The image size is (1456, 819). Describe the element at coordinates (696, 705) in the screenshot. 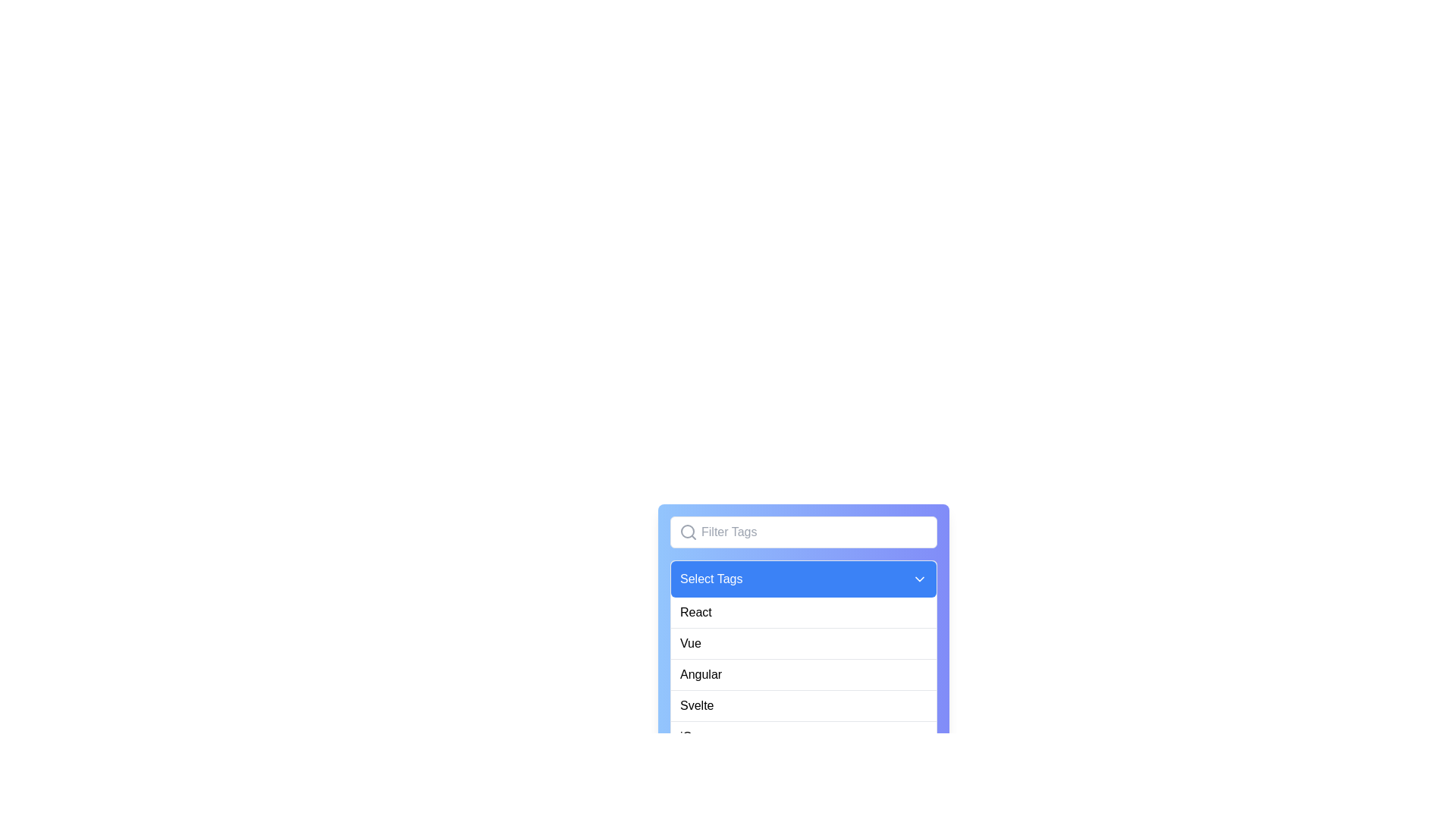

I see `the text label displaying 'Svelte'` at that location.